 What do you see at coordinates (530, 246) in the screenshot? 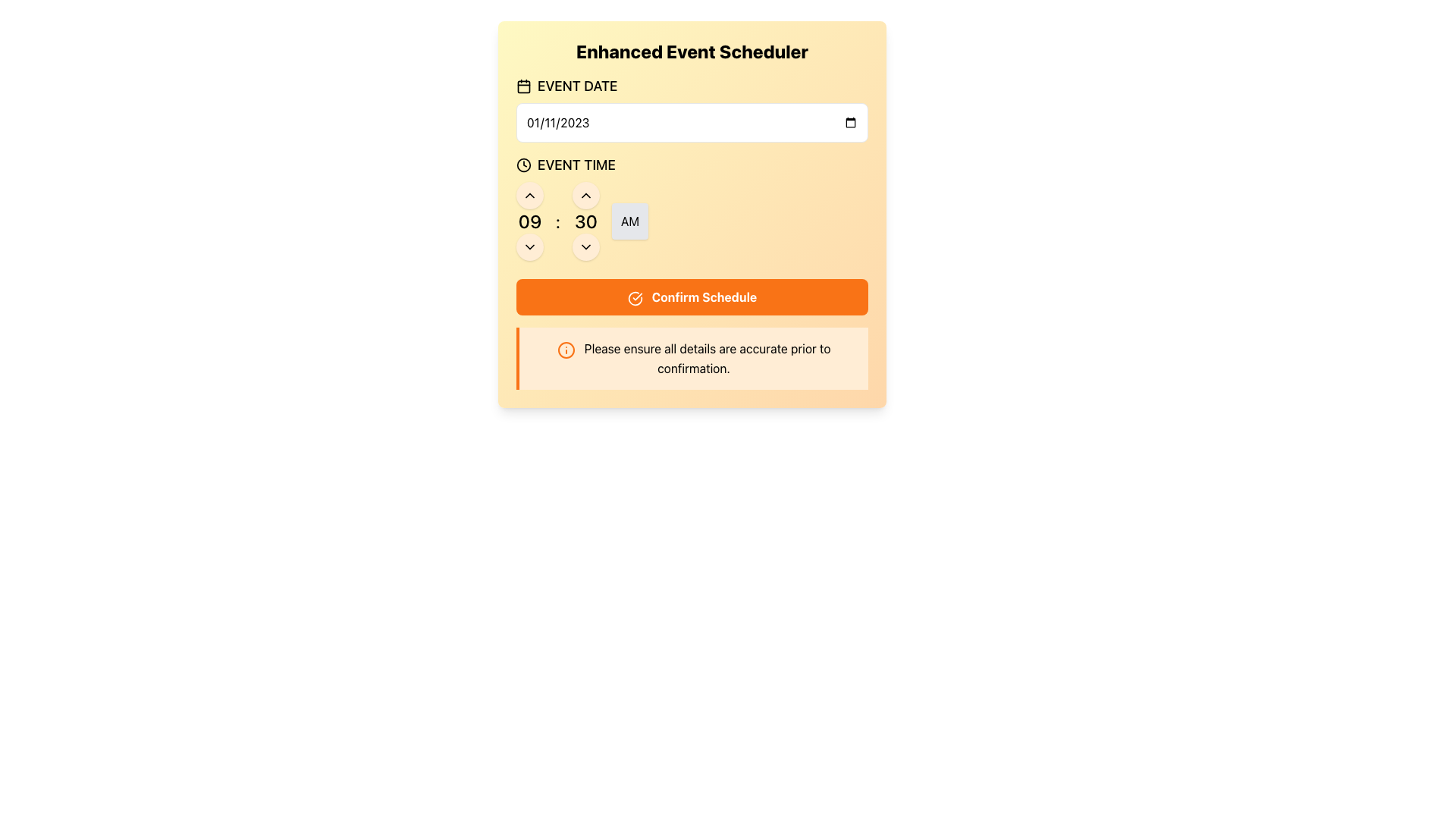
I see `the second circular button in the hour selection group of the event time picker to decrease the hour` at bounding box center [530, 246].